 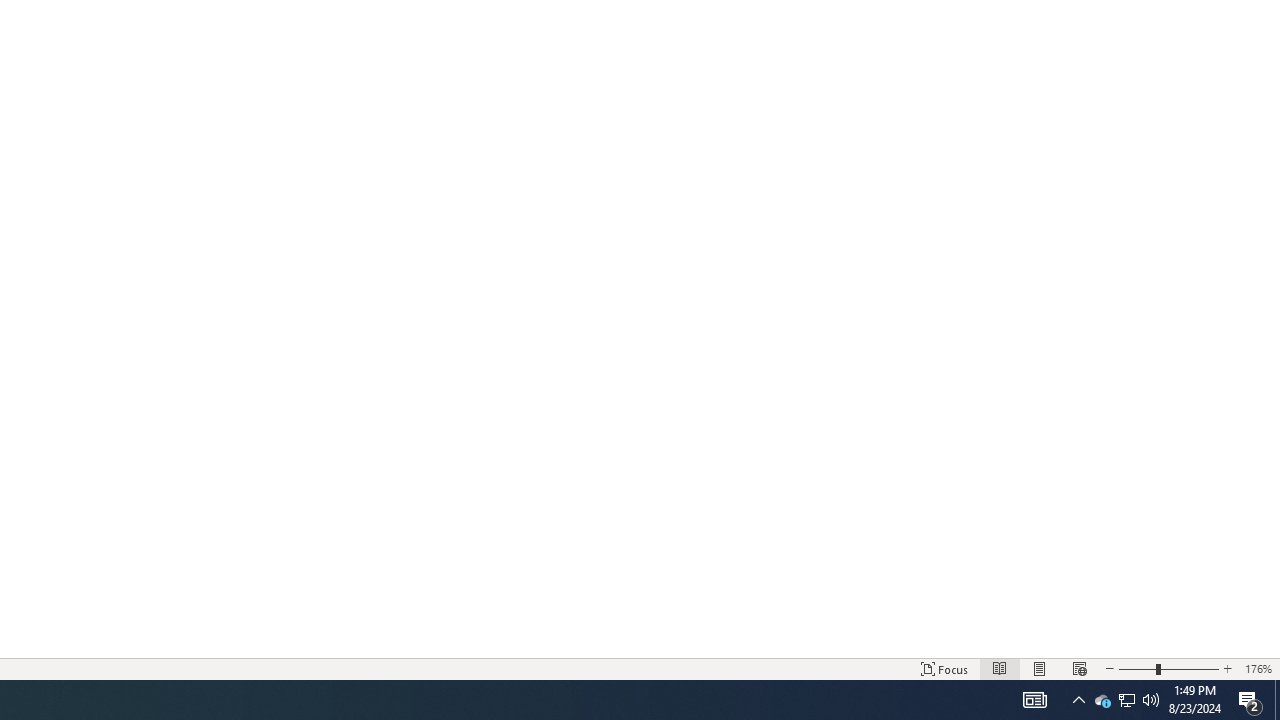 What do you see at coordinates (943, 669) in the screenshot?
I see `'Focus '` at bounding box center [943, 669].